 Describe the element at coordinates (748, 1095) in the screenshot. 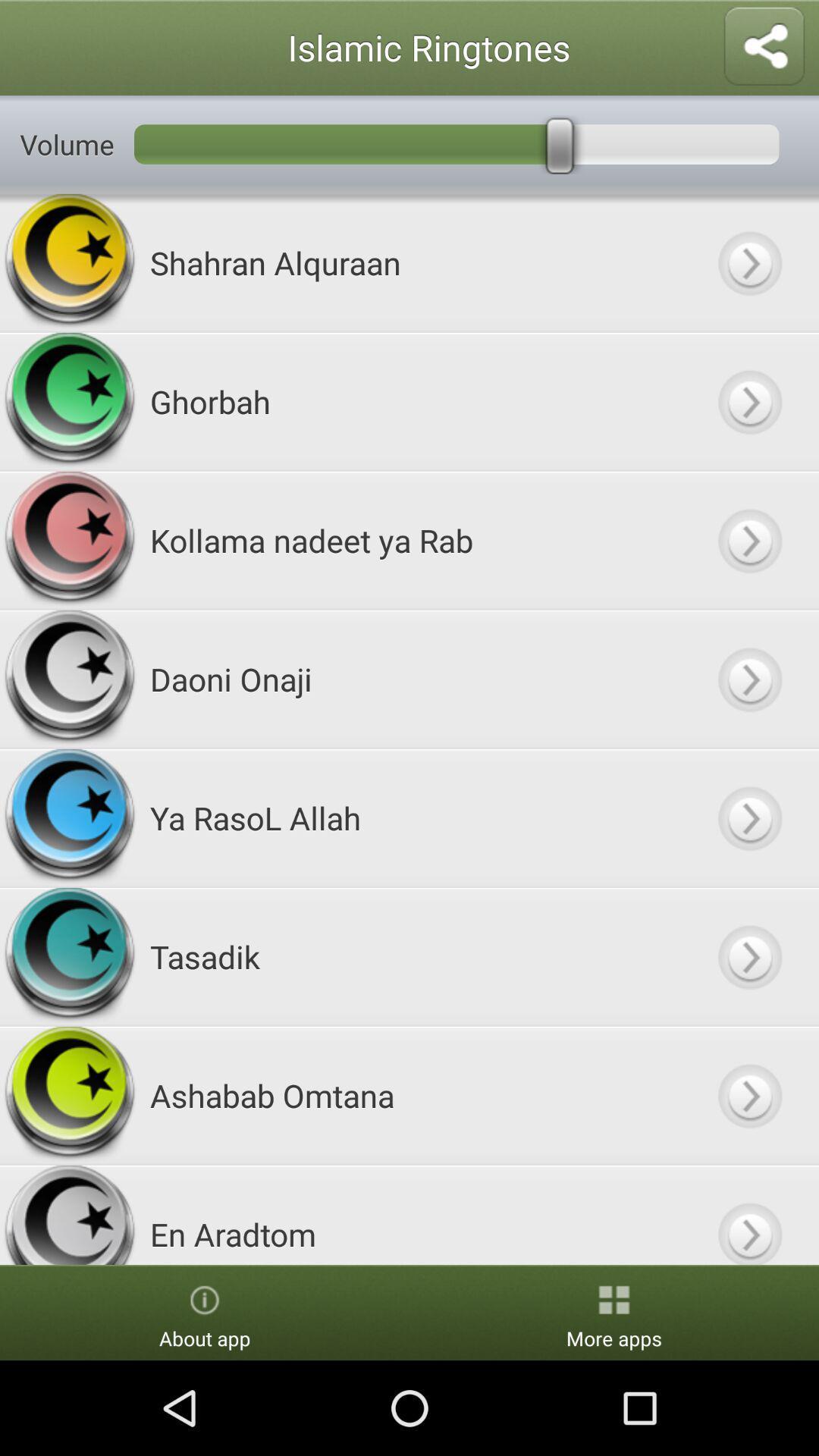

I see `click button` at that location.